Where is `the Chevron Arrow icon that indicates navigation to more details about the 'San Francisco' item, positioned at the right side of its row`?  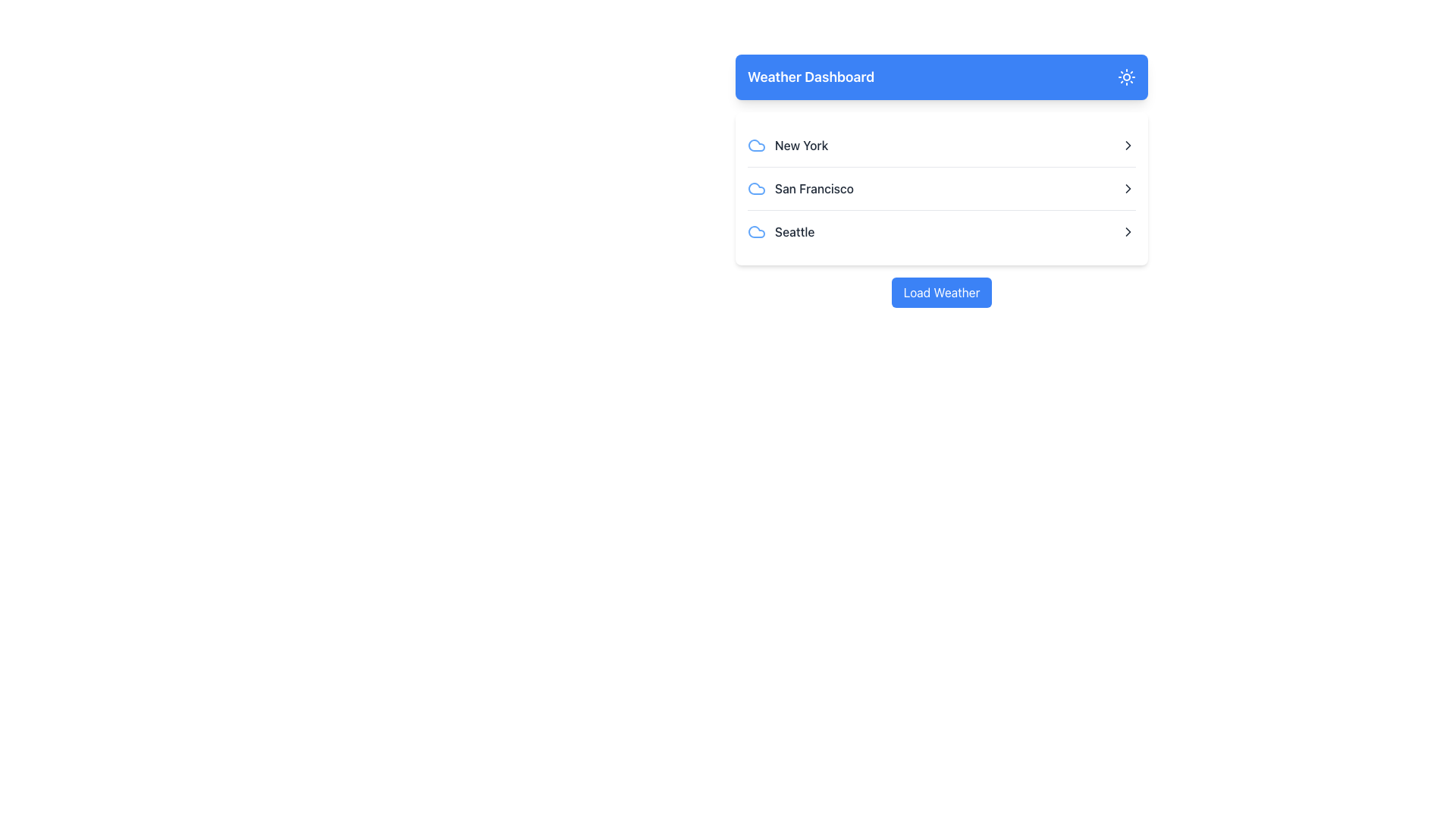
the Chevron Arrow icon that indicates navigation to more details about the 'San Francisco' item, positioned at the right side of its row is located at coordinates (1128, 188).